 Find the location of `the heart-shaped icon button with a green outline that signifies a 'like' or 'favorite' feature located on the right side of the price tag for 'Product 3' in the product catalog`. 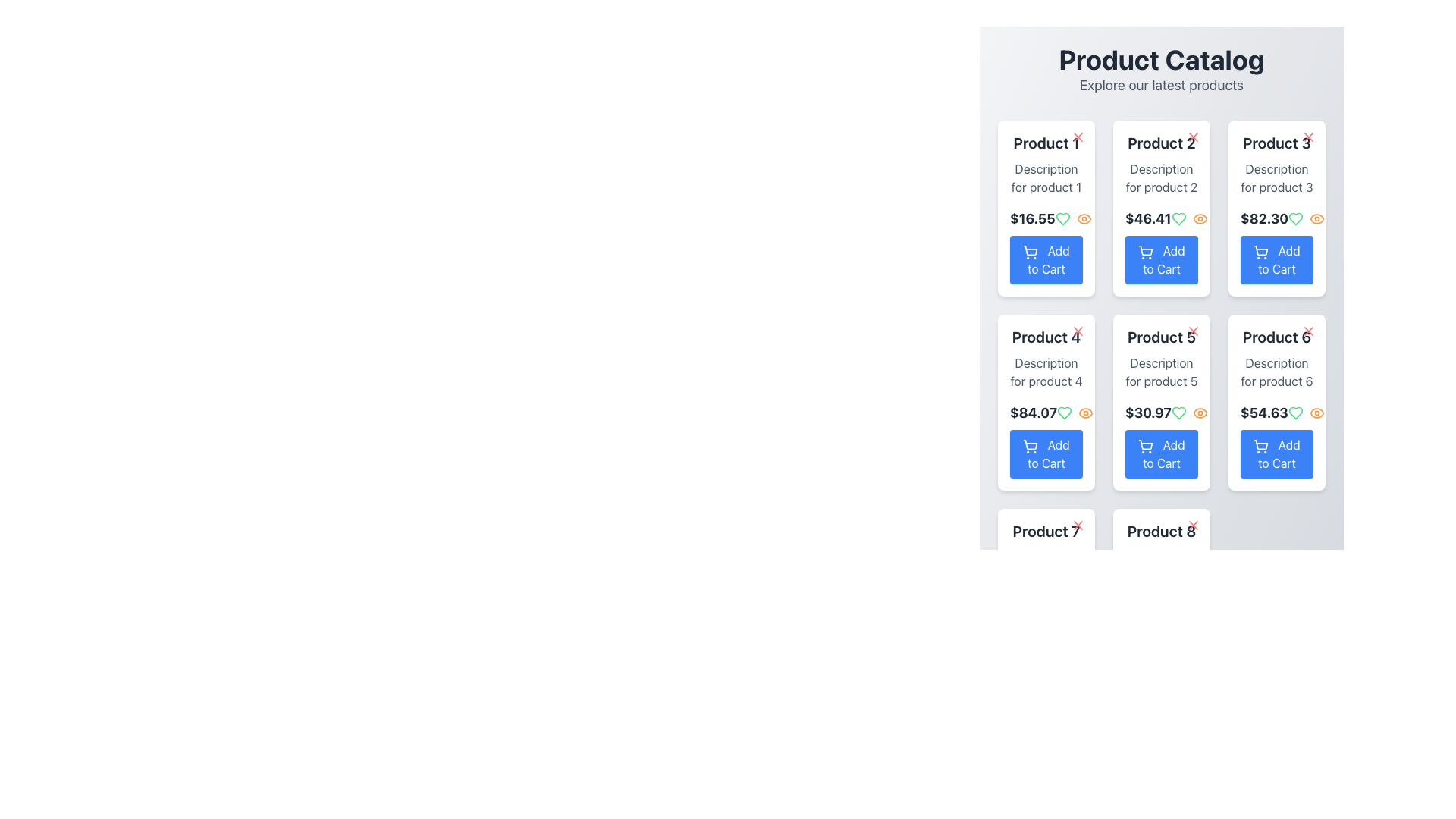

the heart-shaped icon button with a green outline that signifies a 'like' or 'favorite' feature located on the right side of the price tag for 'Product 3' in the product catalog is located at coordinates (1295, 219).